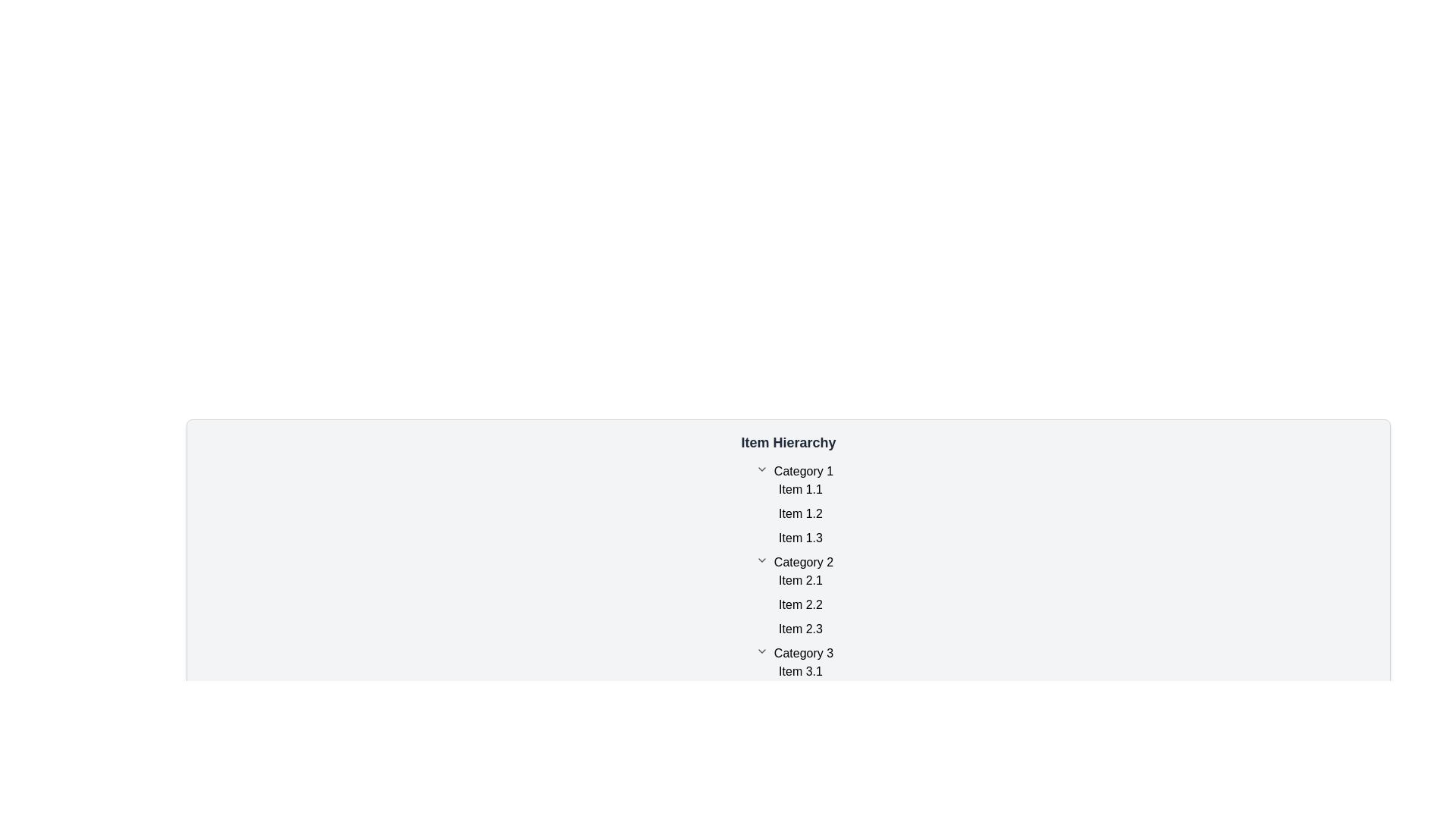 The width and height of the screenshot is (1456, 819). Describe the element at coordinates (761, 468) in the screenshot. I see `the Chevron icon located to the left of the 'Category 1' text label in the hierarchical menu` at that location.